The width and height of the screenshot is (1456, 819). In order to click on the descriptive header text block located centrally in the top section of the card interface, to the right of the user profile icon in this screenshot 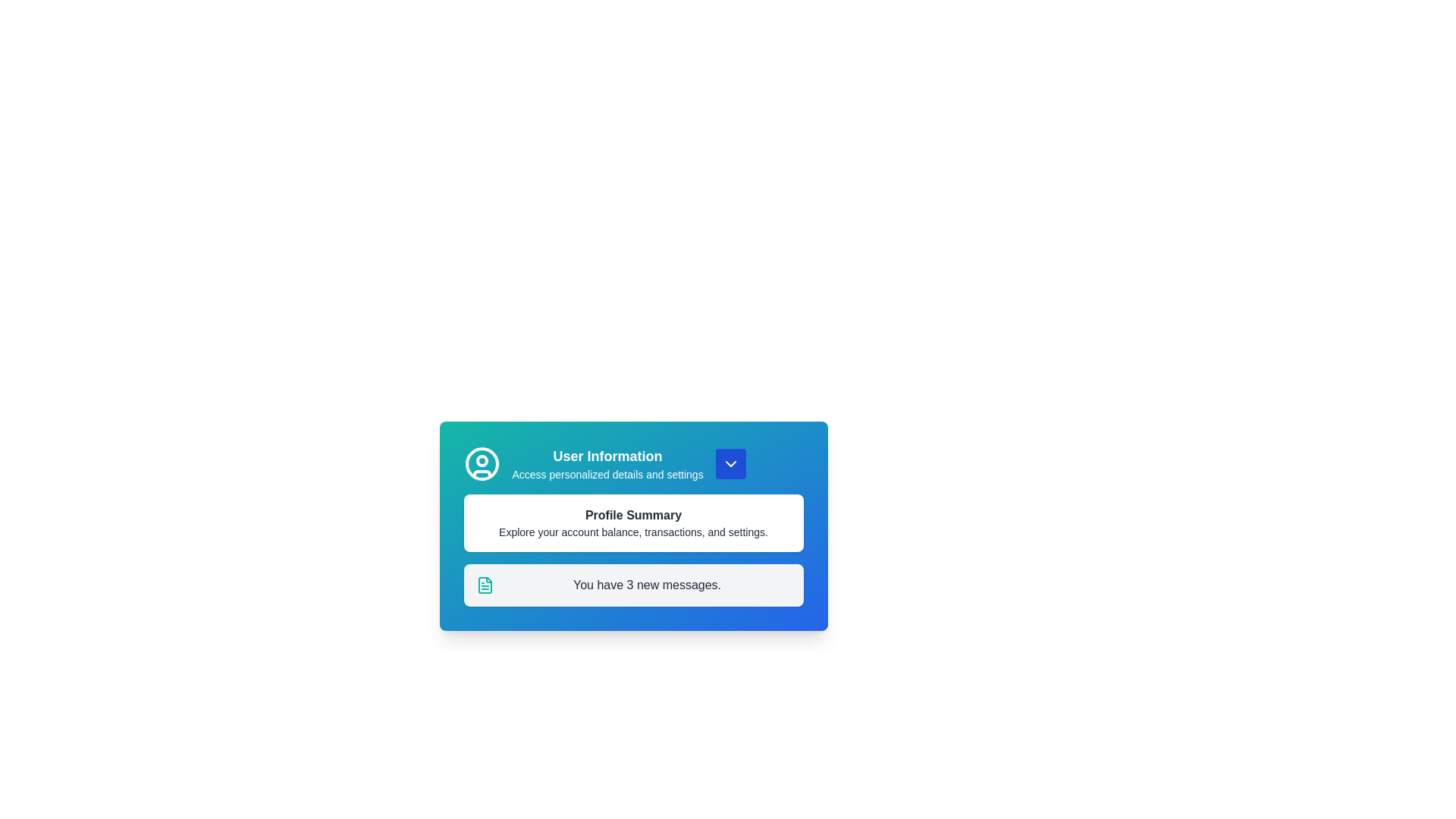, I will do `click(607, 463)`.